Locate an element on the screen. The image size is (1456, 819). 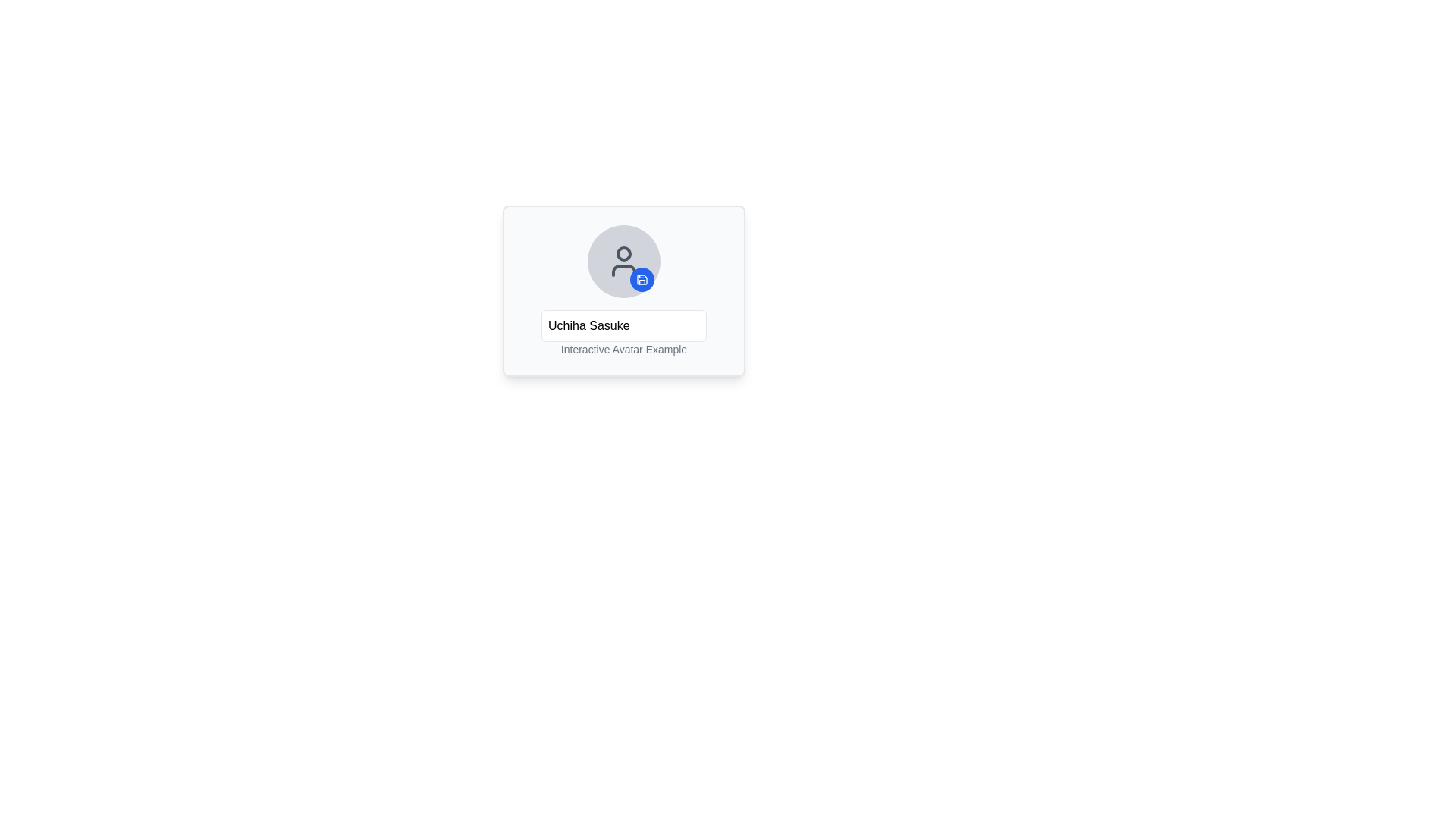
the floppy disk icon associated with the 'Save' function, located in the rounded circular overlay near the bottom-right corner of the avatar image is located at coordinates (642, 280).